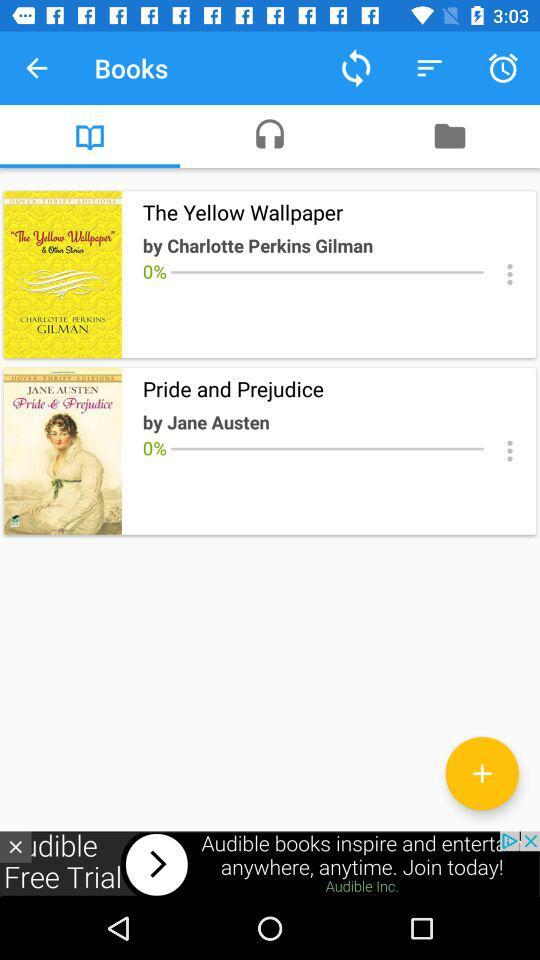 The image size is (540, 960). What do you see at coordinates (509, 451) in the screenshot?
I see `options` at bounding box center [509, 451].